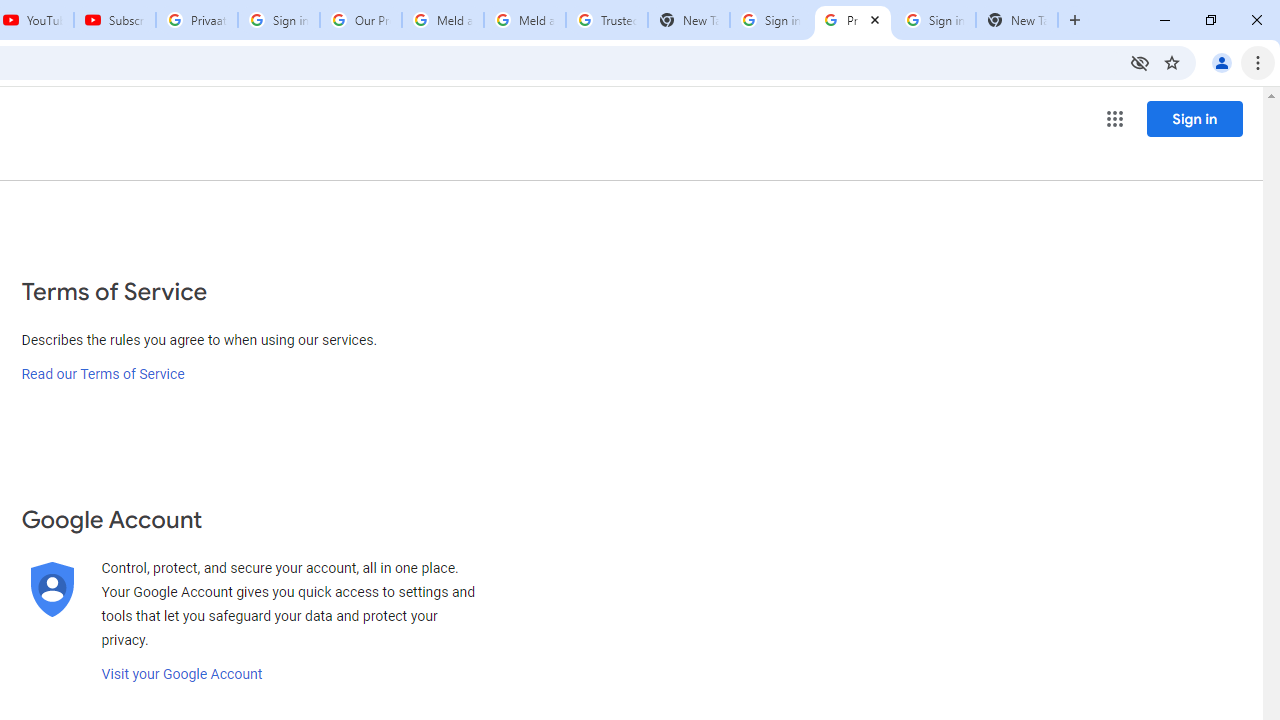 Image resolution: width=1280 pixels, height=720 pixels. I want to click on 'Close', so click(875, 19).